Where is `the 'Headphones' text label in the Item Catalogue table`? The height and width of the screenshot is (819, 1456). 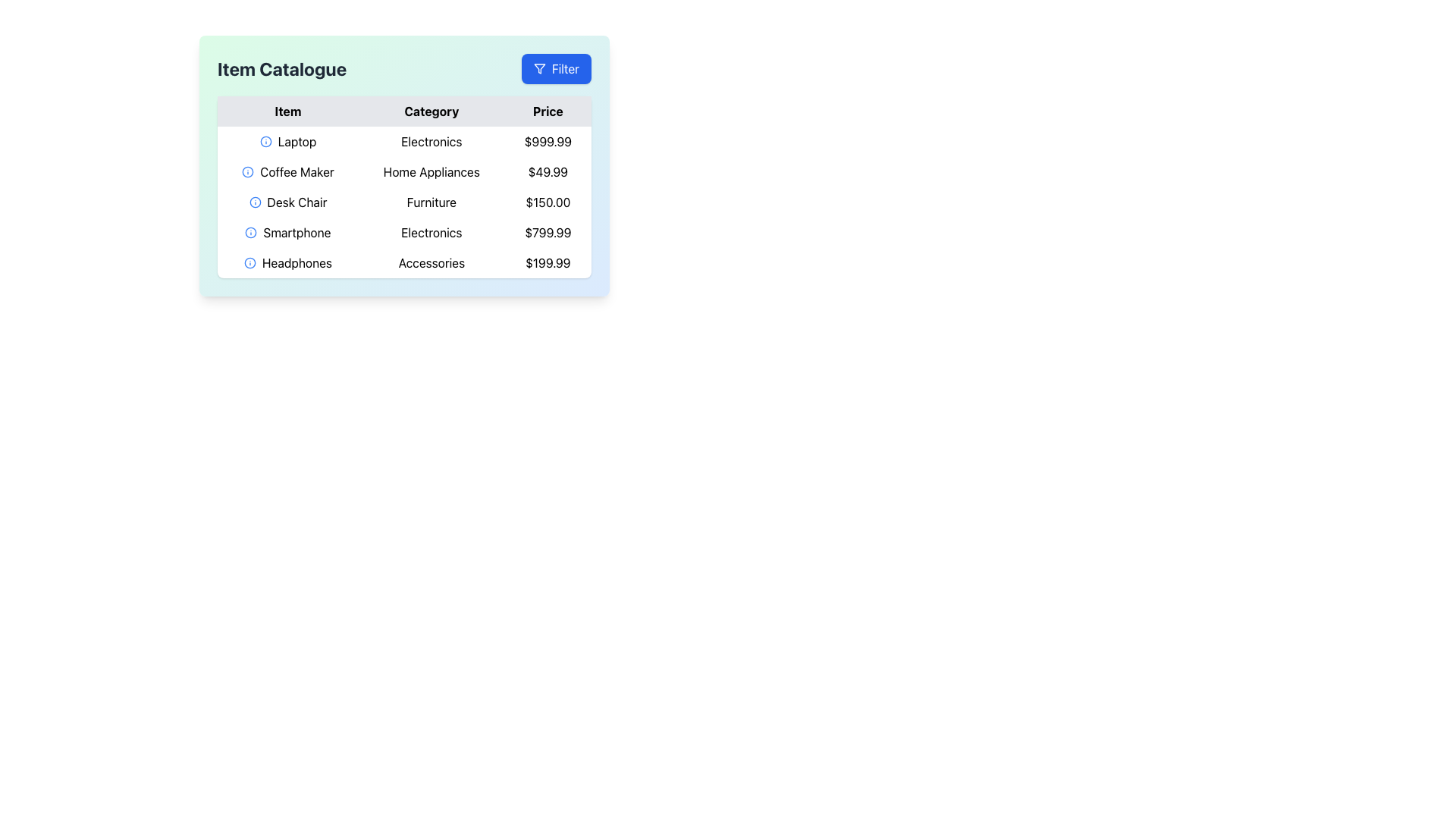
the 'Headphones' text label in the Item Catalogue table is located at coordinates (287, 262).